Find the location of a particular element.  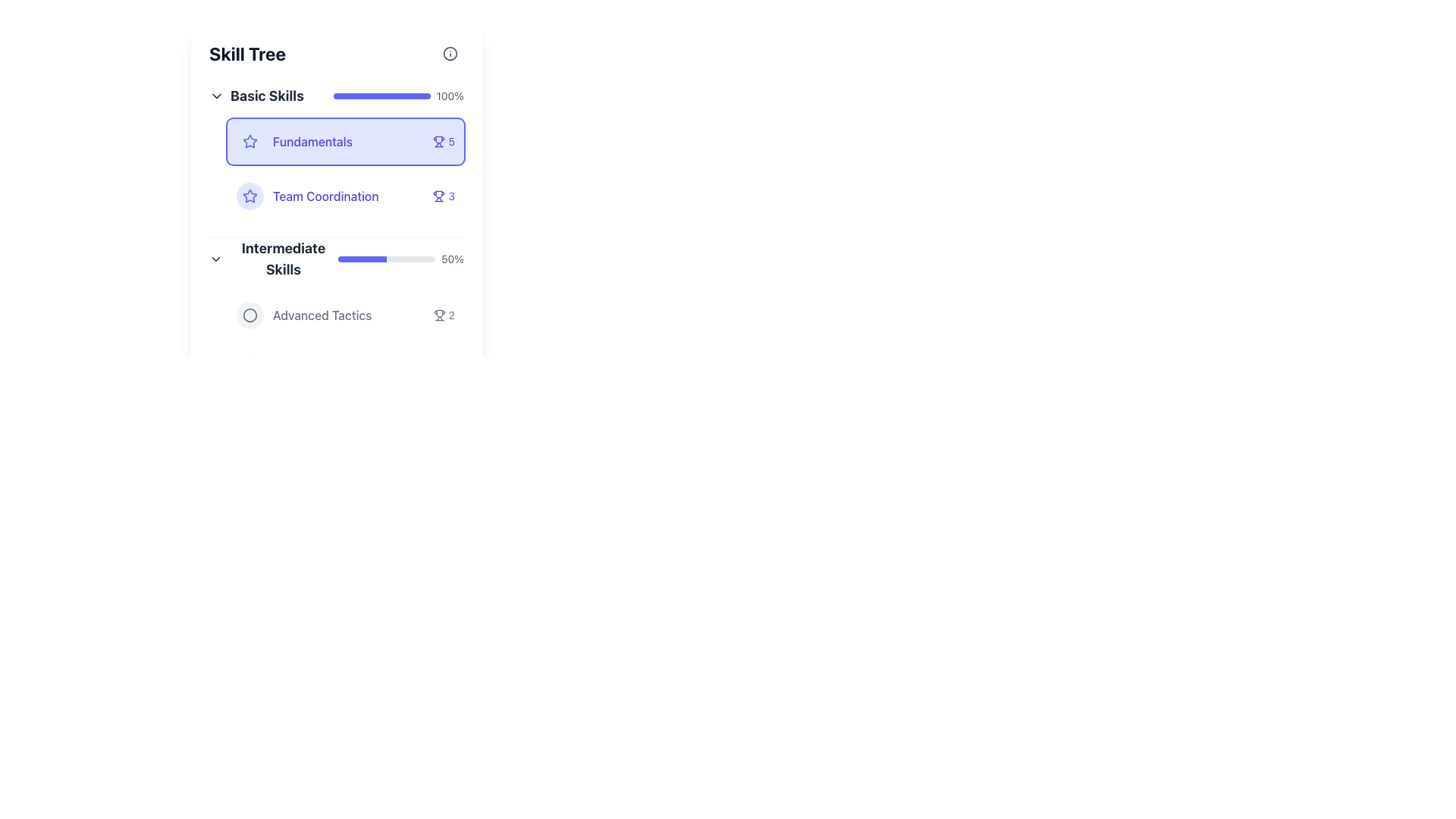

the Text with Icon Pair indicating a count or statistic related to the 'Advanced Tactics' skill, positioned at the far-right side of the row in the 'Intermediate Skills' section is located at coordinates (443, 315).